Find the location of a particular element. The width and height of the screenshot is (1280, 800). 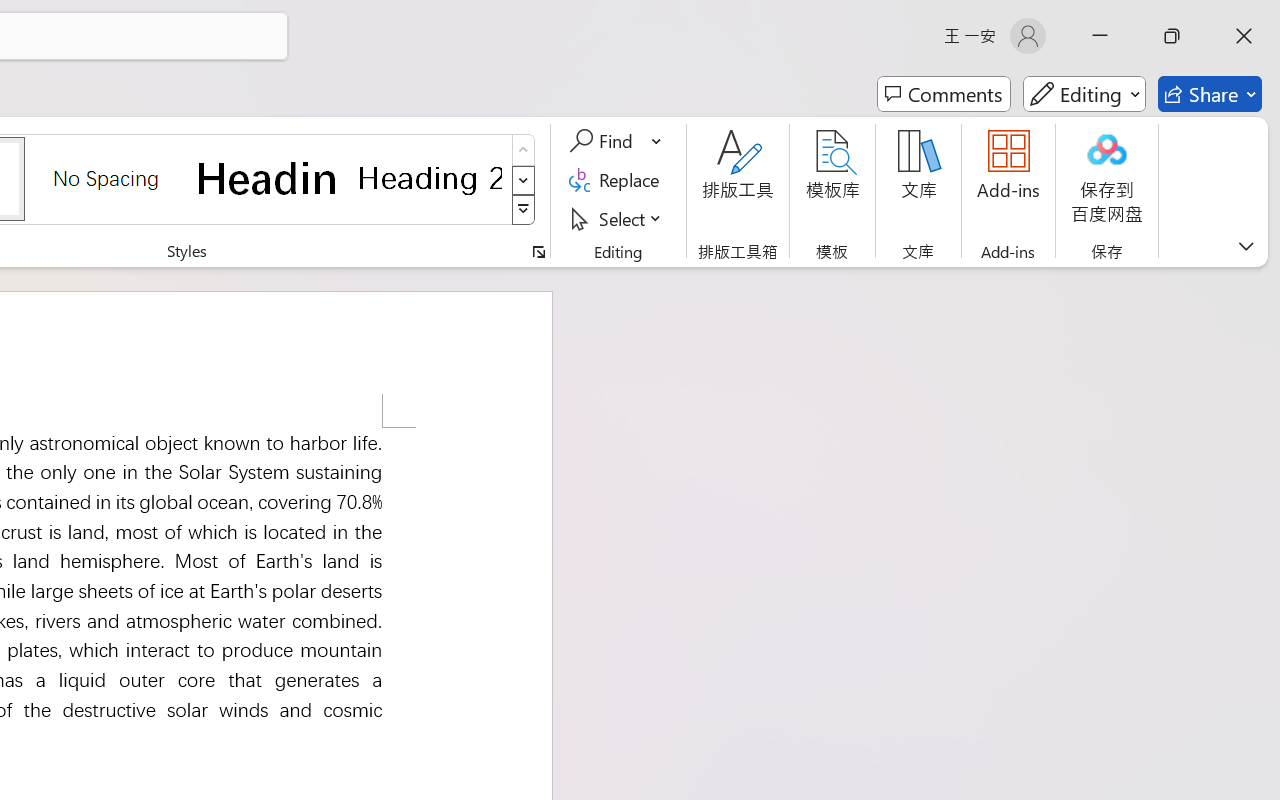

'Styles' is located at coordinates (523, 210).